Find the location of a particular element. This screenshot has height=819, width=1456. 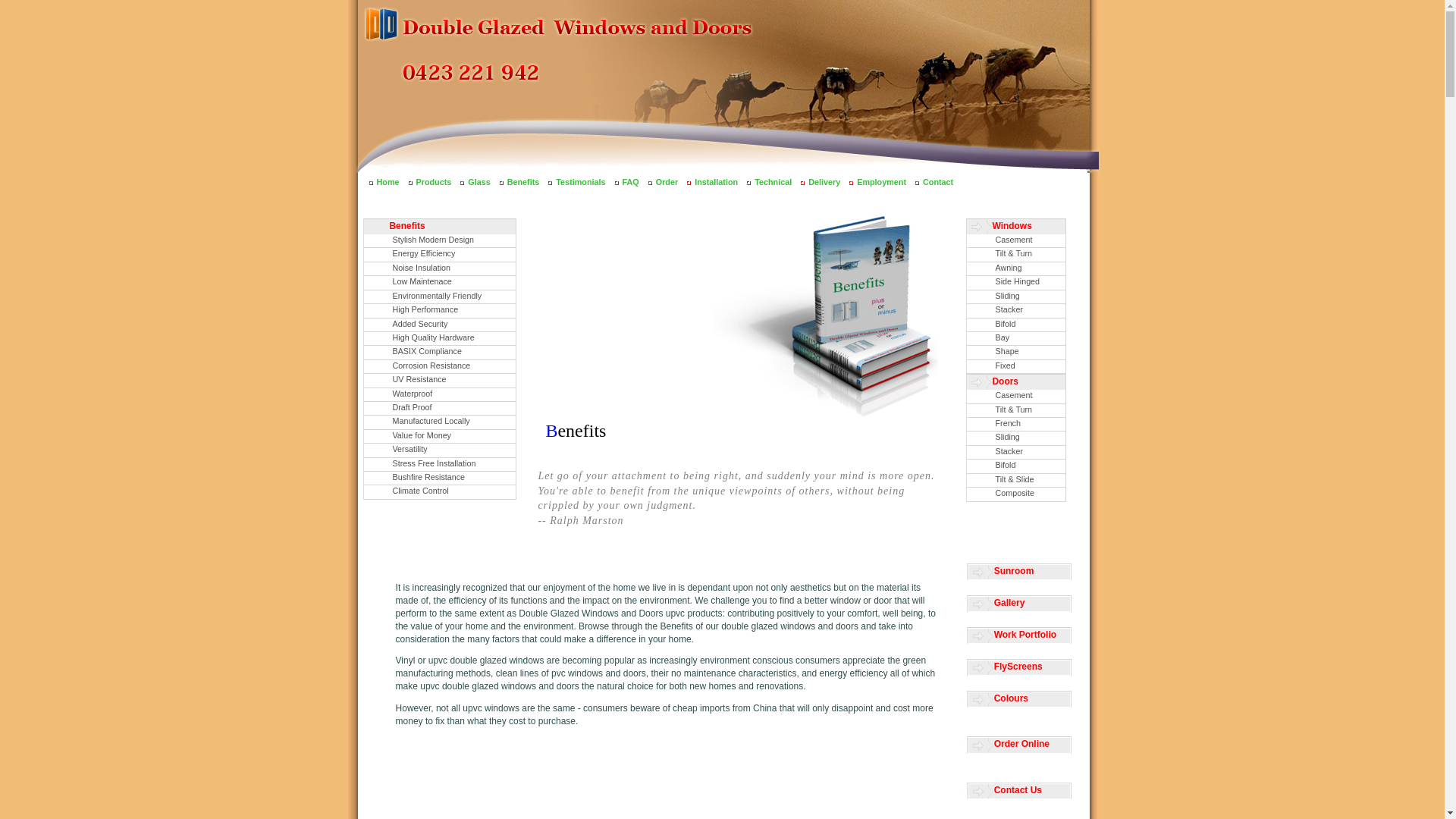

'Installation' is located at coordinates (694, 180).